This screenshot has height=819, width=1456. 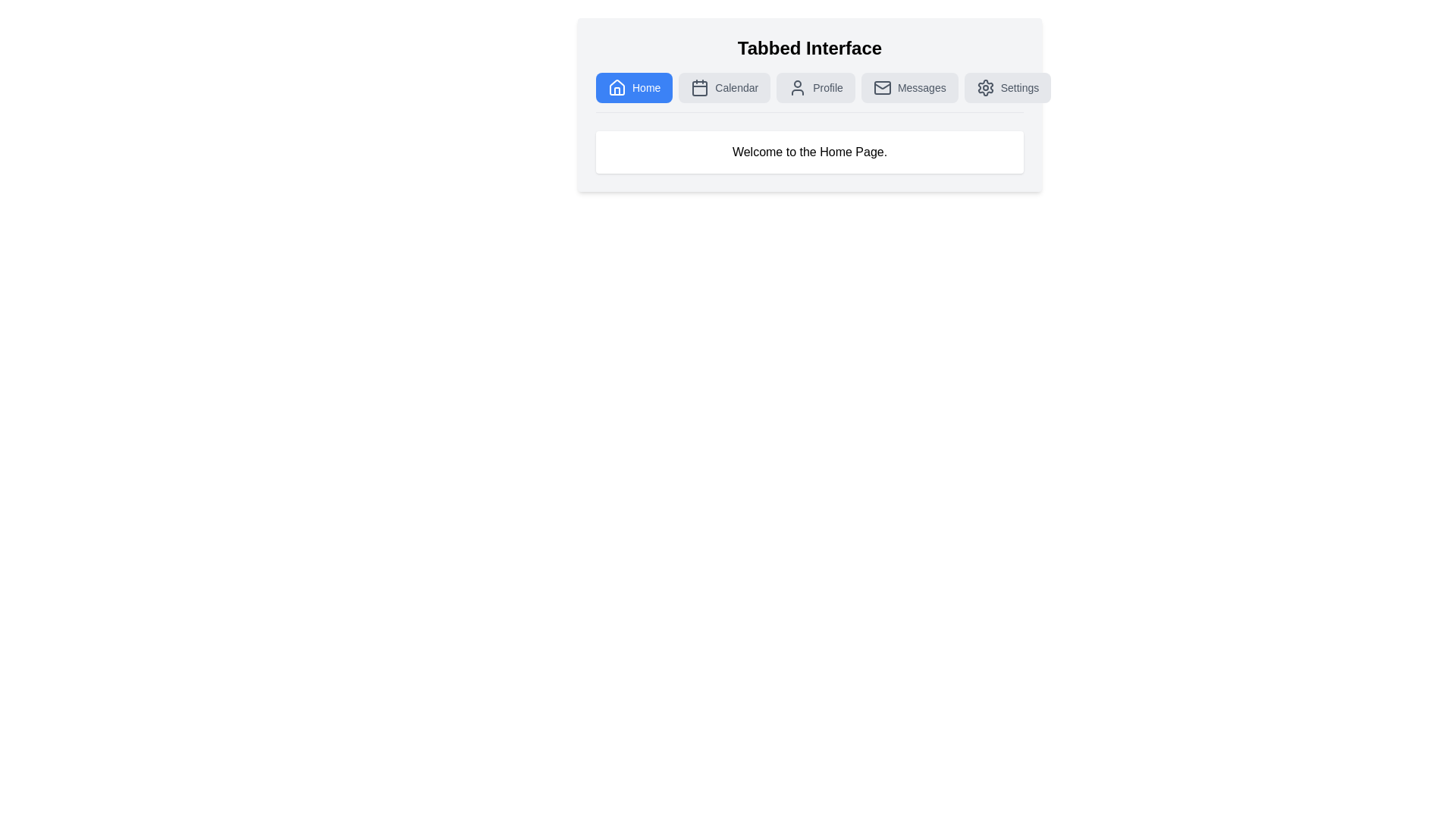 I want to click on the second and smaller geometric segment of the house icon located in the left-most tabbed button labeled 'Home', so click(x=617, y=90).